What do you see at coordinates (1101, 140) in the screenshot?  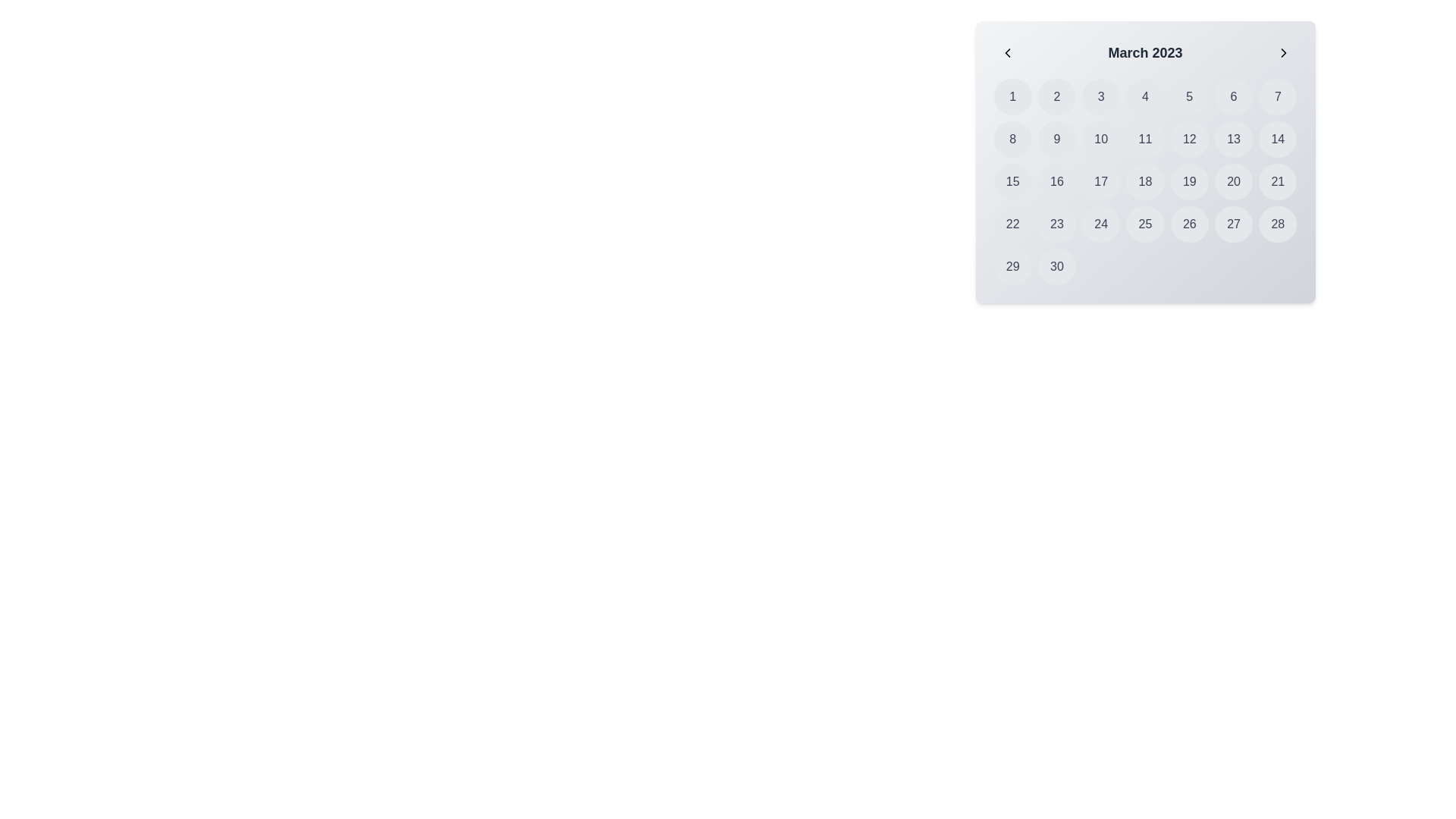 I see `the button representing the date '10' in the March 2023 calendar` at bounding box center [1101, 140].